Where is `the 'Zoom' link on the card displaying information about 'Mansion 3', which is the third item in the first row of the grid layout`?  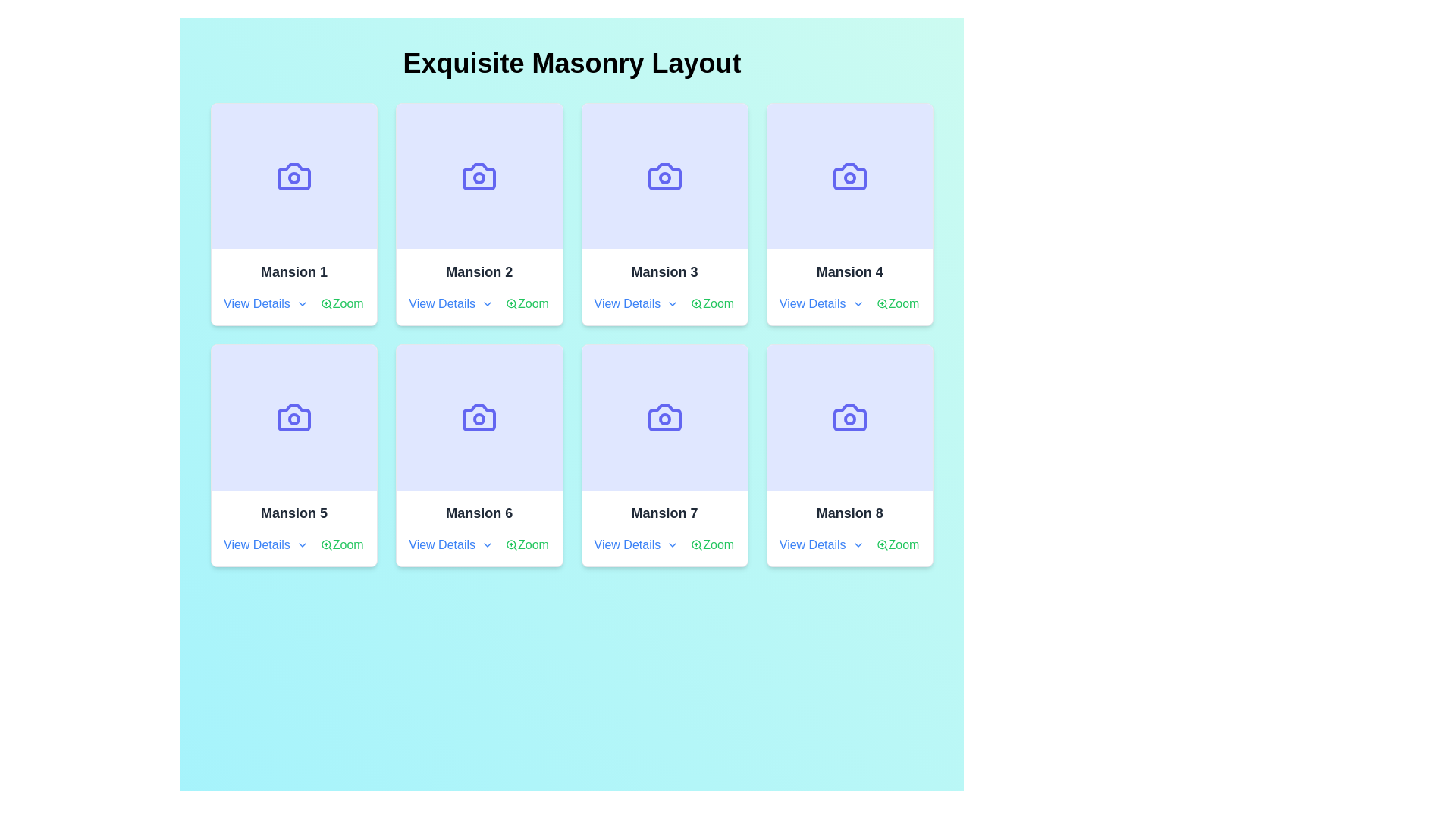 the 'Zoom' link on the card displaying information about 'Mansion 3', which is the third item in the first row of the grid layout is located at coordinates (664, 287).